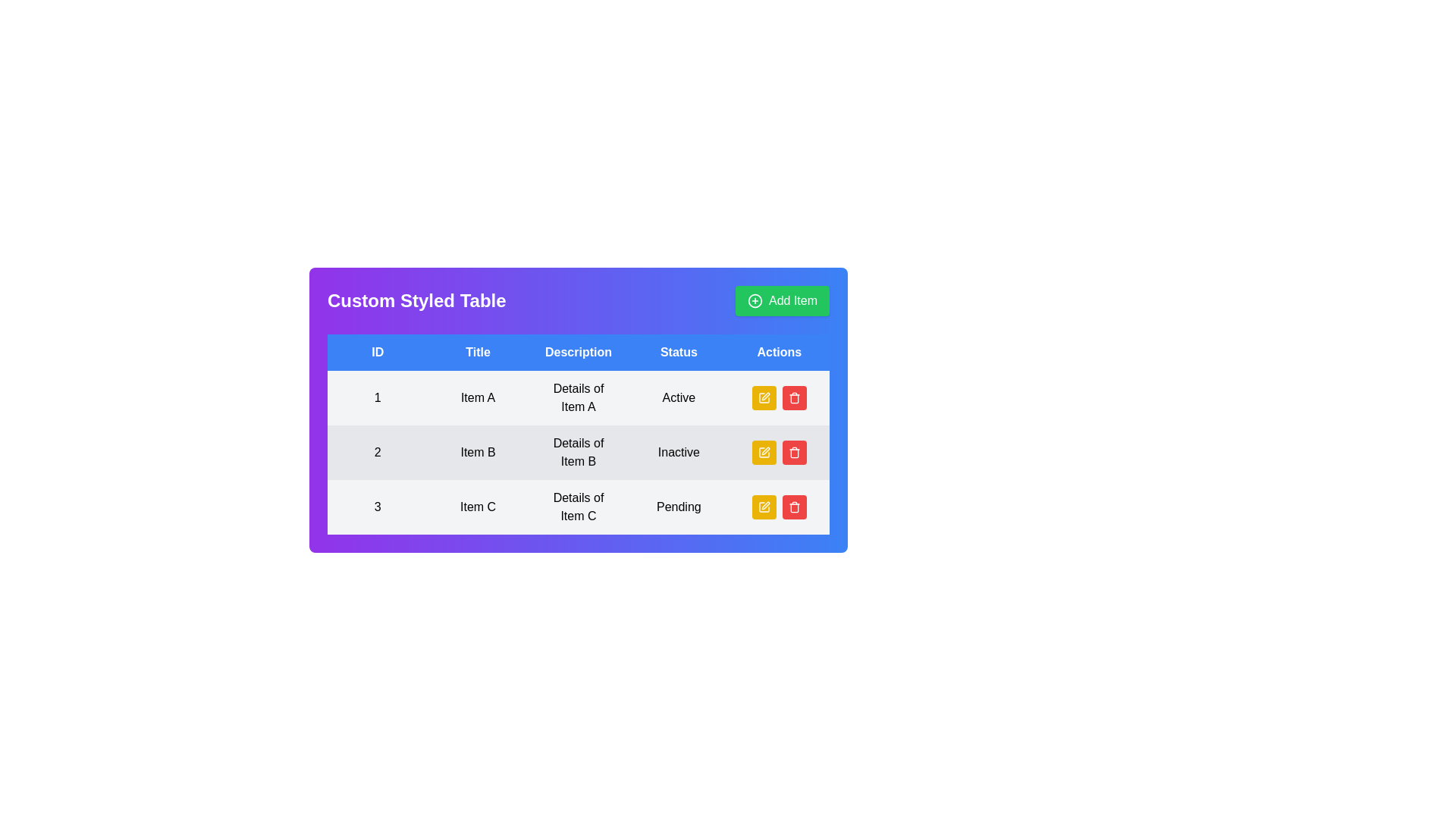 The height and width of the screenshot is (819, 1456). What do you see at coordinates (764, 452) in the screenshot?
I see `the edit button in the 'Actions' column for the second row of the table associated with 'Item B' to observe any hover effects` at bounding box center [764, 452].